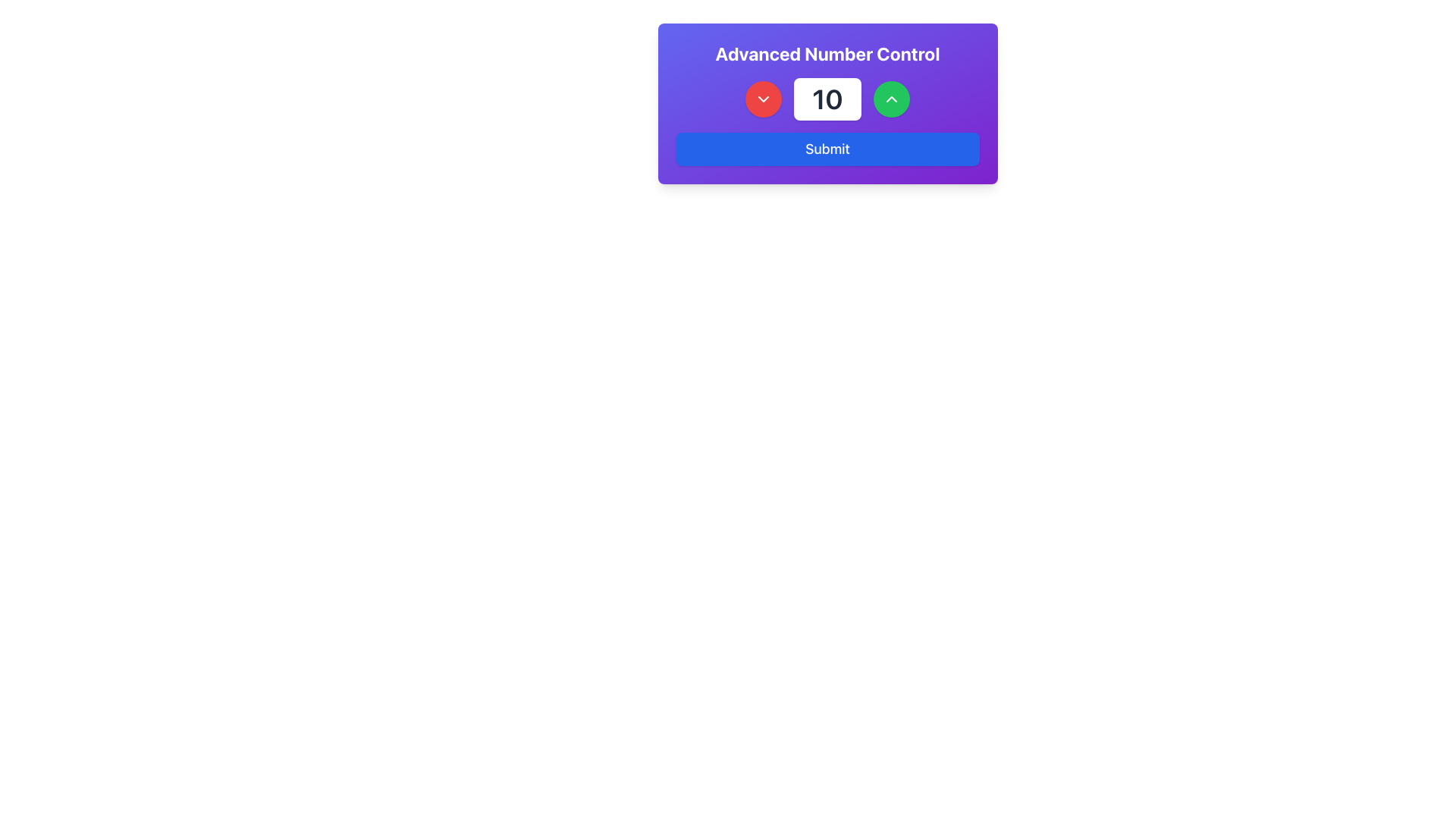  I want to click on the downward-pointing chevron icon with a red circular background, positioned to the left of the number input field in the advanced number control interface, to possibly see feedback, so click(764, 99).